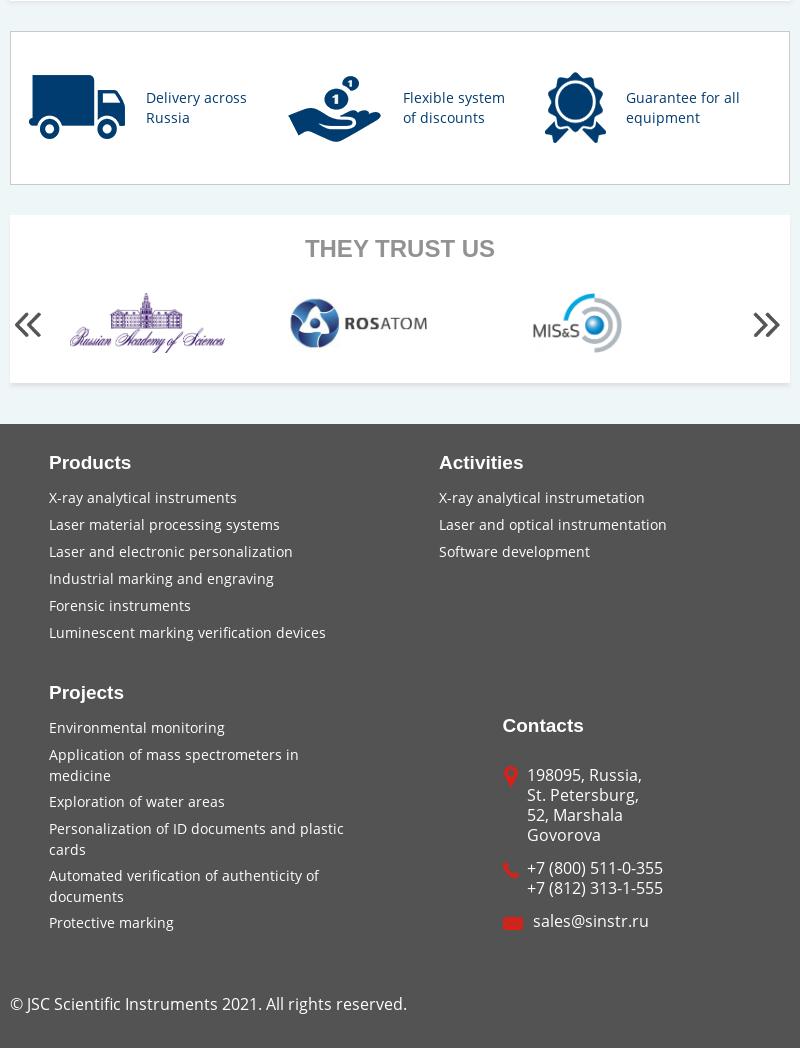 Image resolution: width=800 pixels, height=1048 pixels. I want to click on 'Activities', so click(481, 461).